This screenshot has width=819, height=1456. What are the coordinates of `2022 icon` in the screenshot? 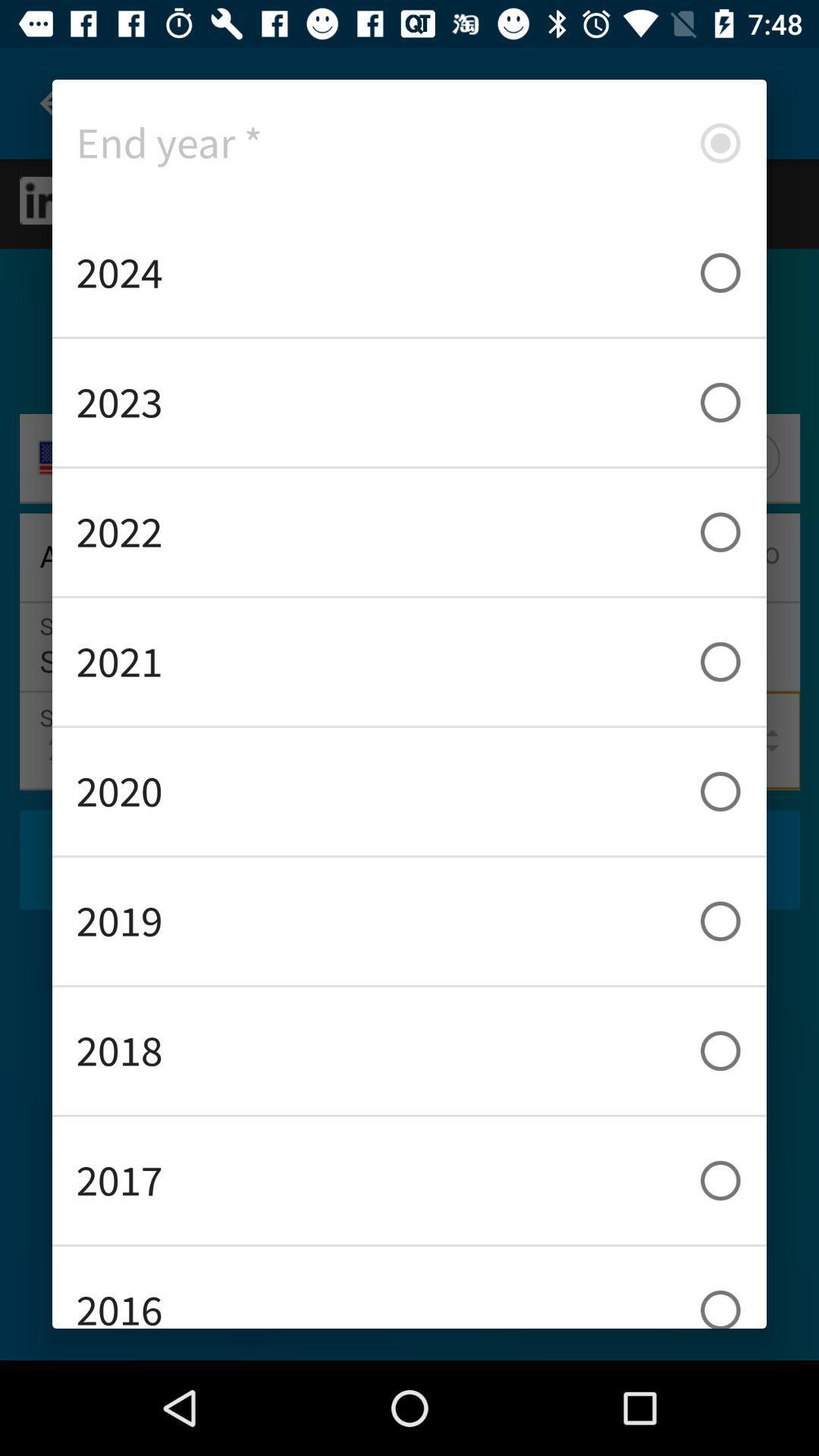 It's located at (409, 532).